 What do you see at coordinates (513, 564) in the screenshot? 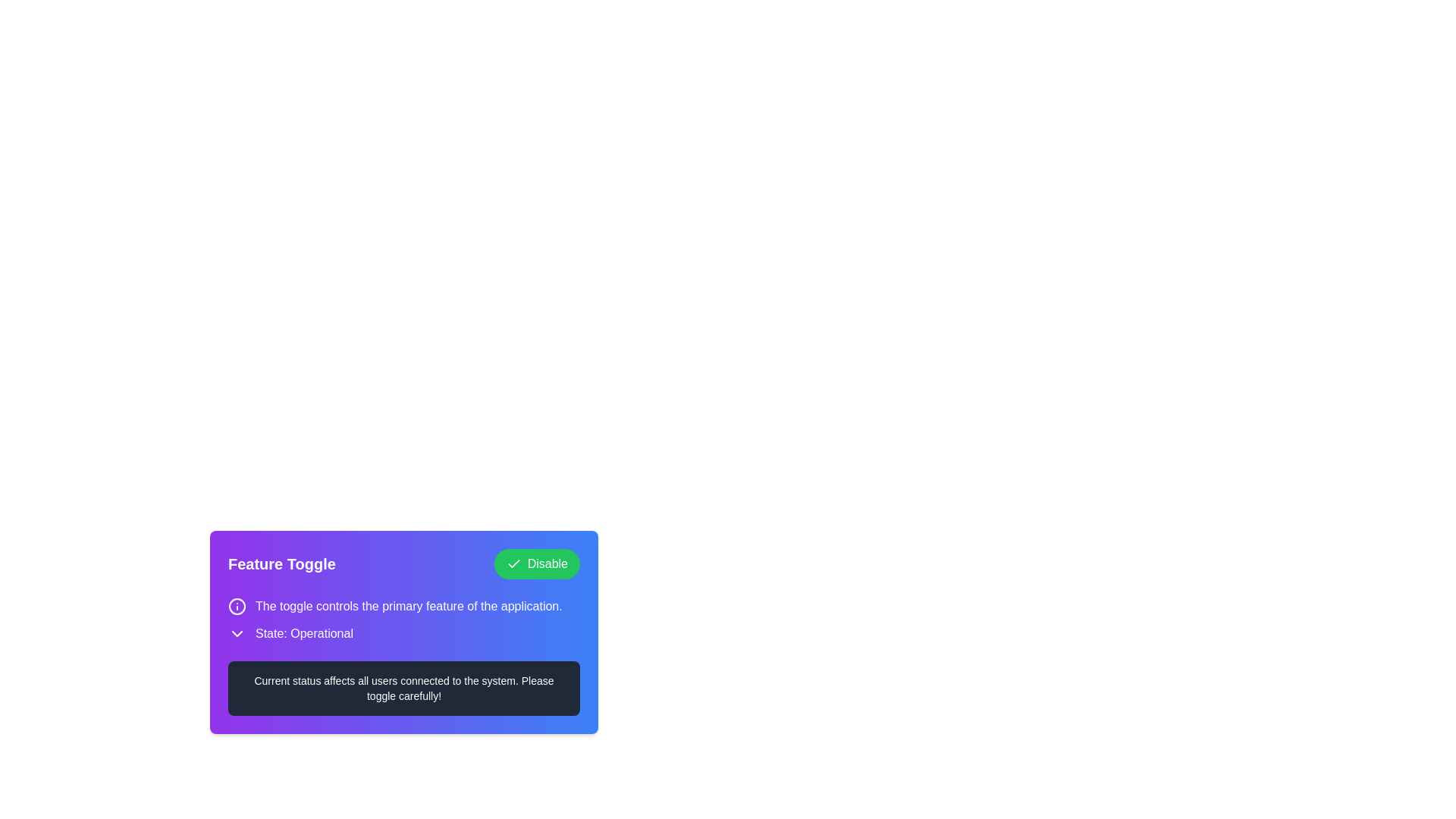
I see `the small check mark icon styled in a green circular background located to the left of the 'Disable' button on the purple card` at bounding box center [513, 564].